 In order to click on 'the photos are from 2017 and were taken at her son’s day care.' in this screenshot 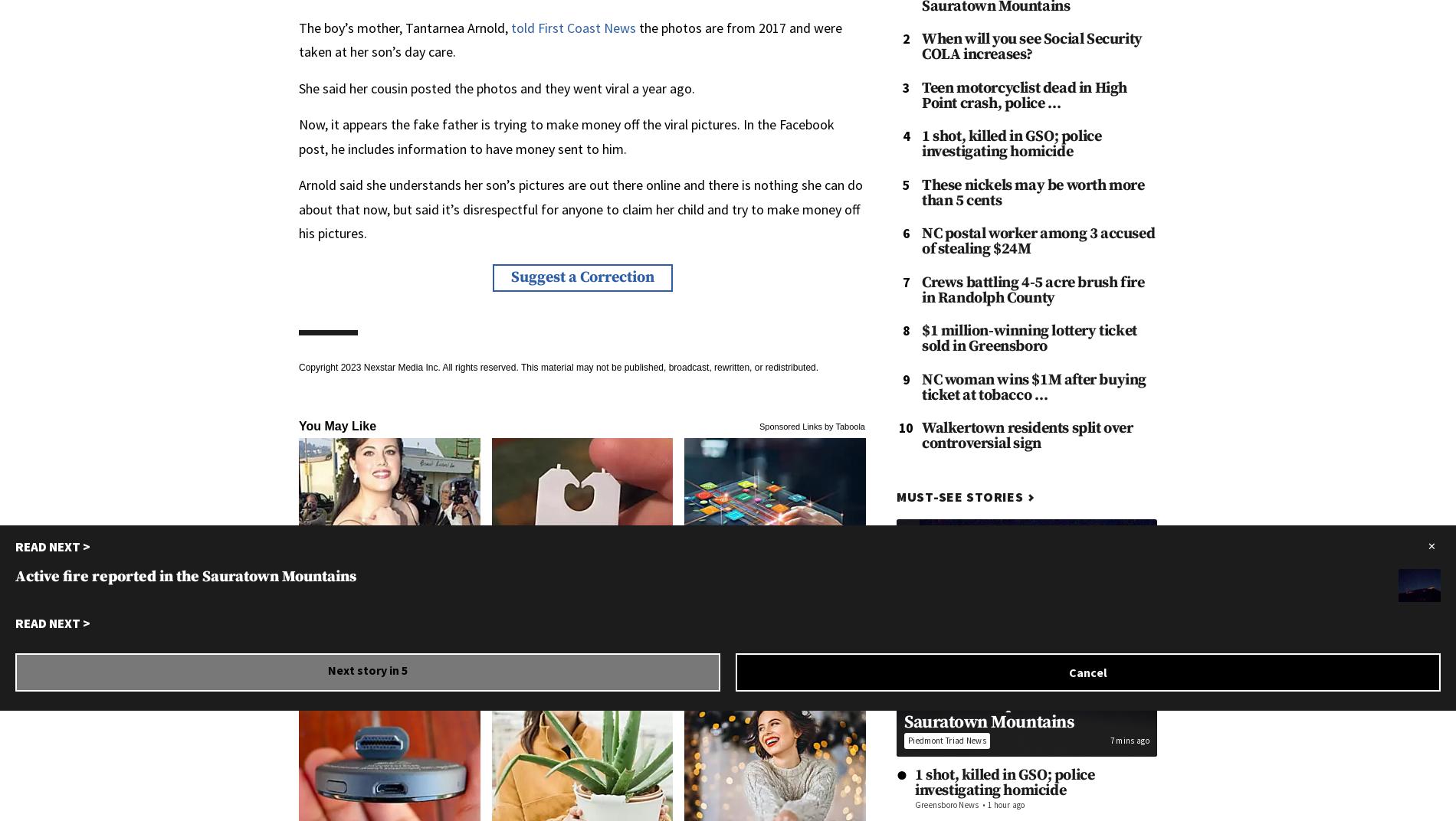, I will do `click(569, 38)`.